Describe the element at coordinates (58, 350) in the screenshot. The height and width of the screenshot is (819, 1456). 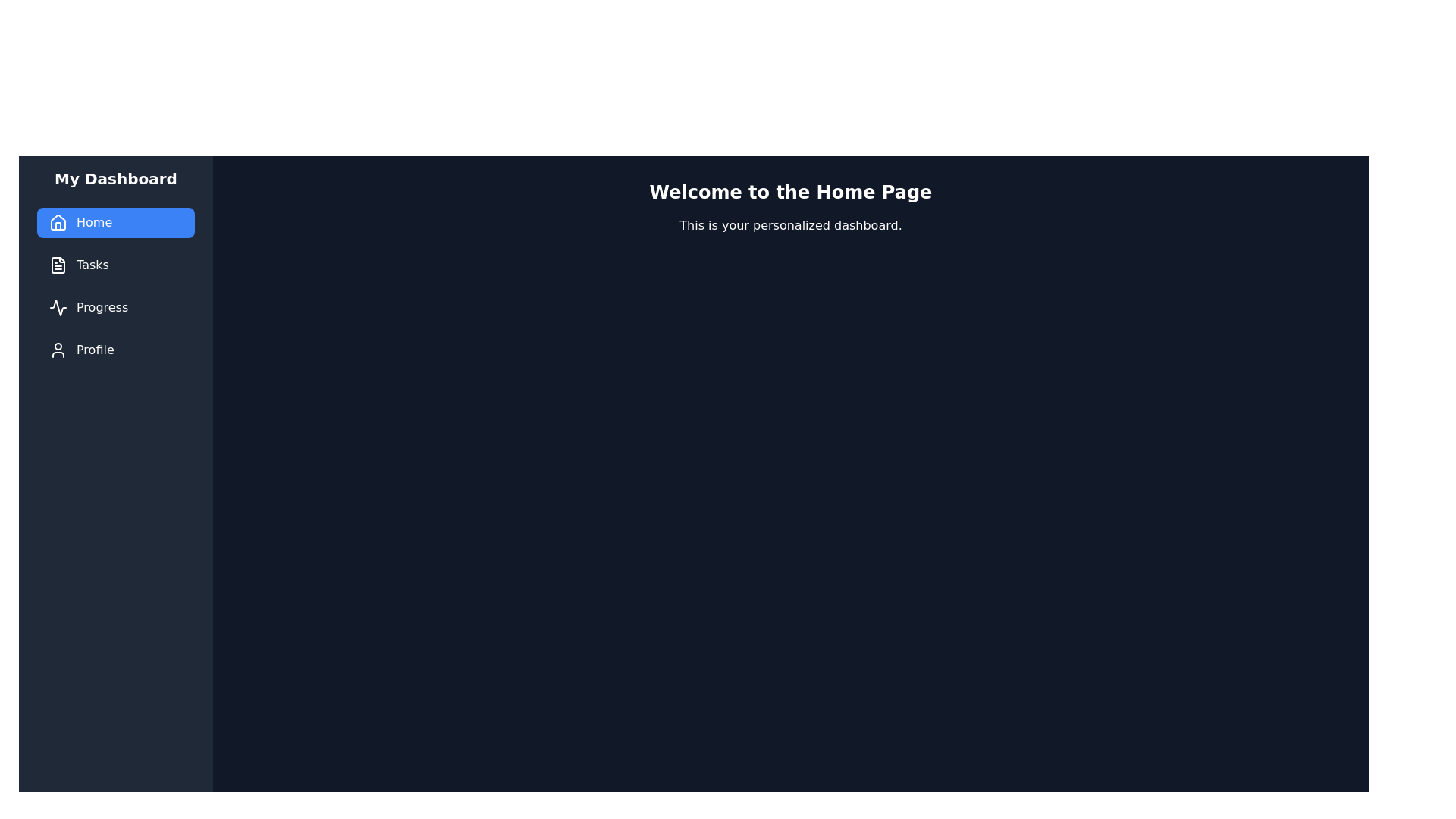
I see `the 'Profile' navigation icon located in the sidebar menu` at that location.